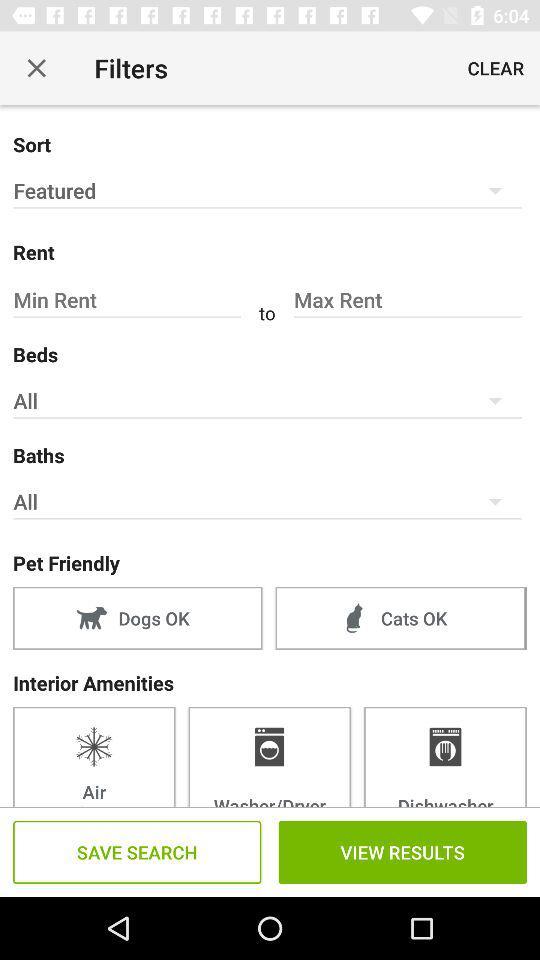  I want to click on the item next to the dogs ok item, so click(400, 617).